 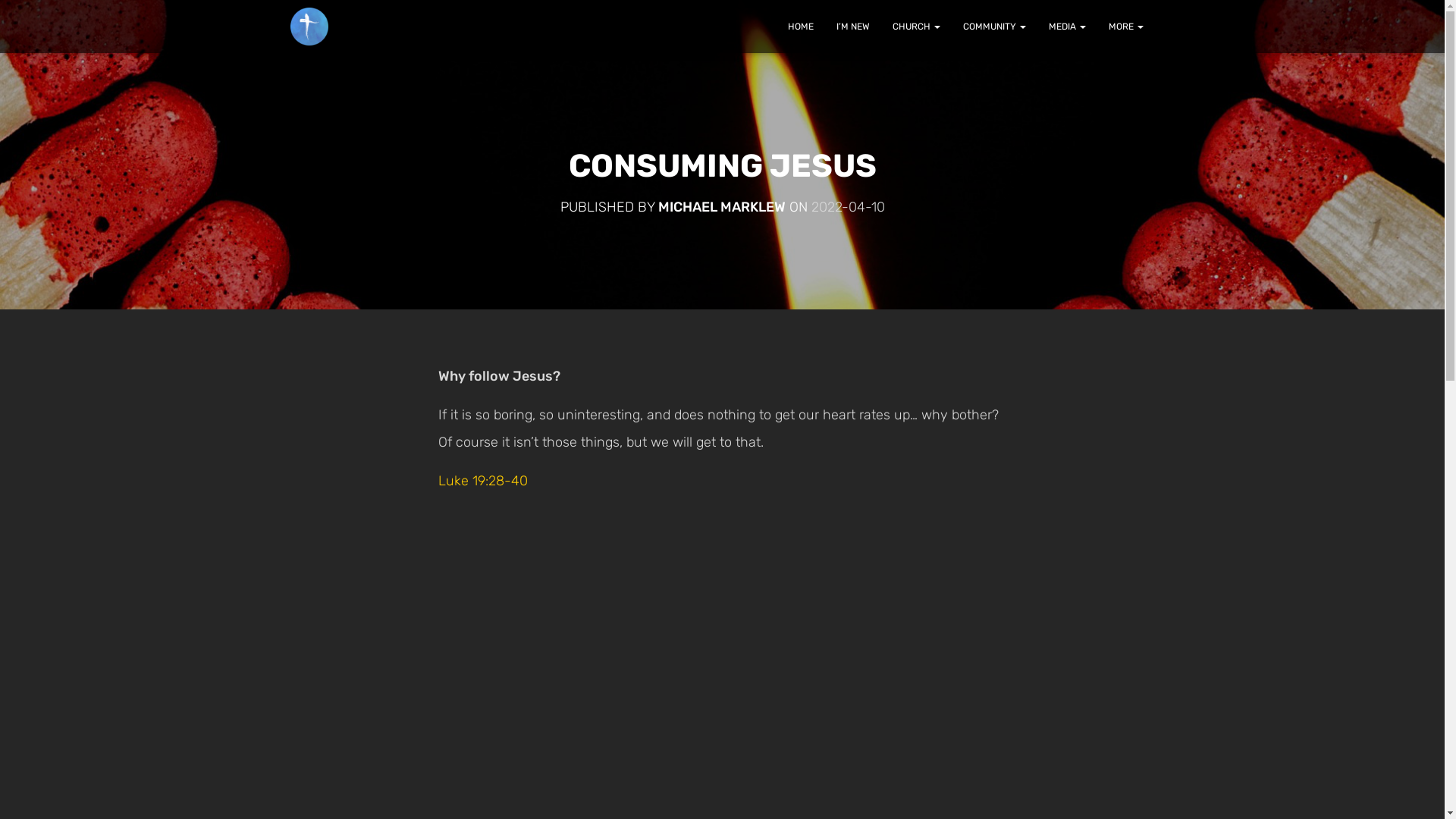 I want to click on 'CHURCH', so click(x=880, y=26).